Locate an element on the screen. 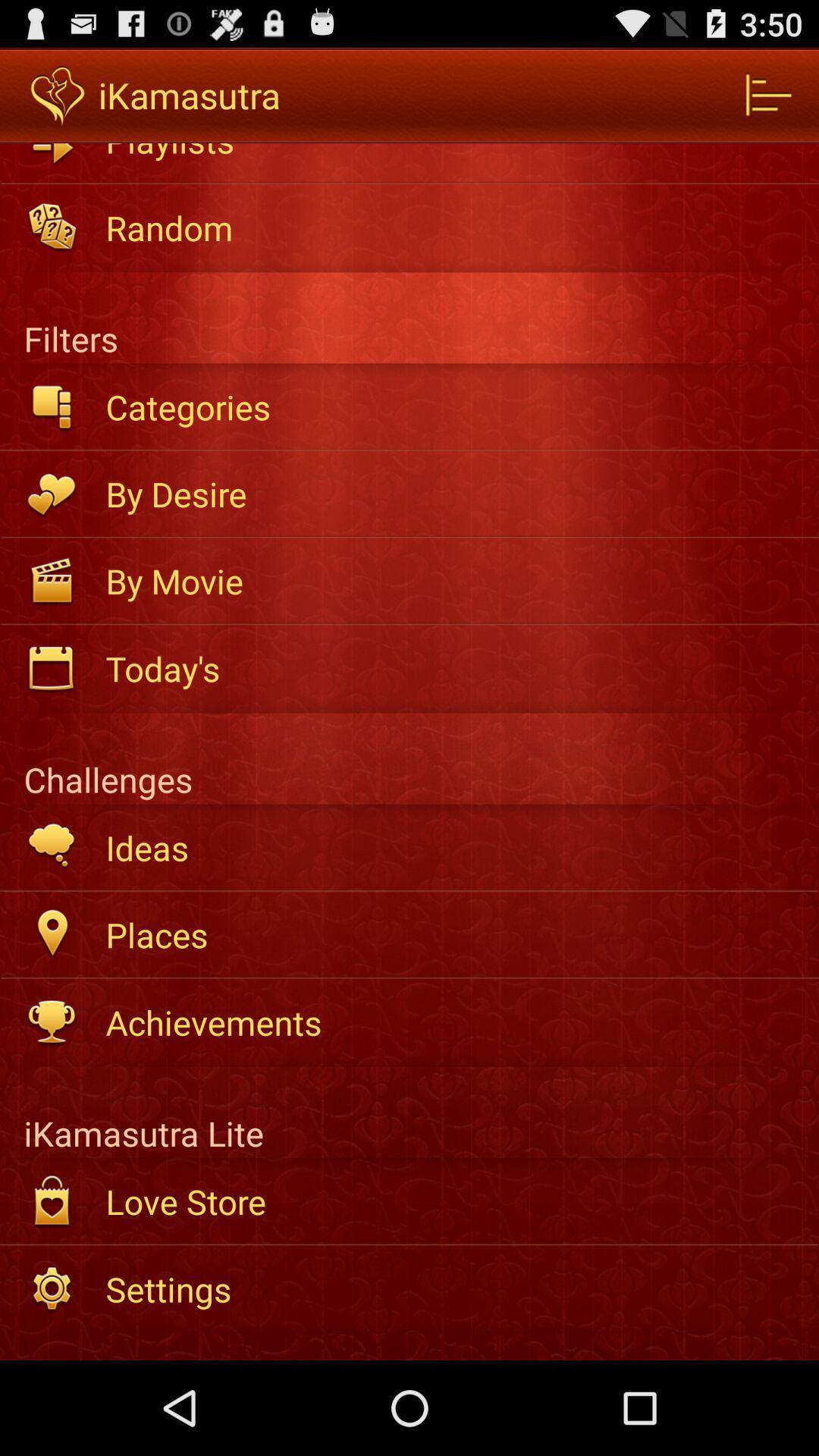 The height and width of the screenshot is (1456, 819). the by desire is located at coordinates (451, 494).